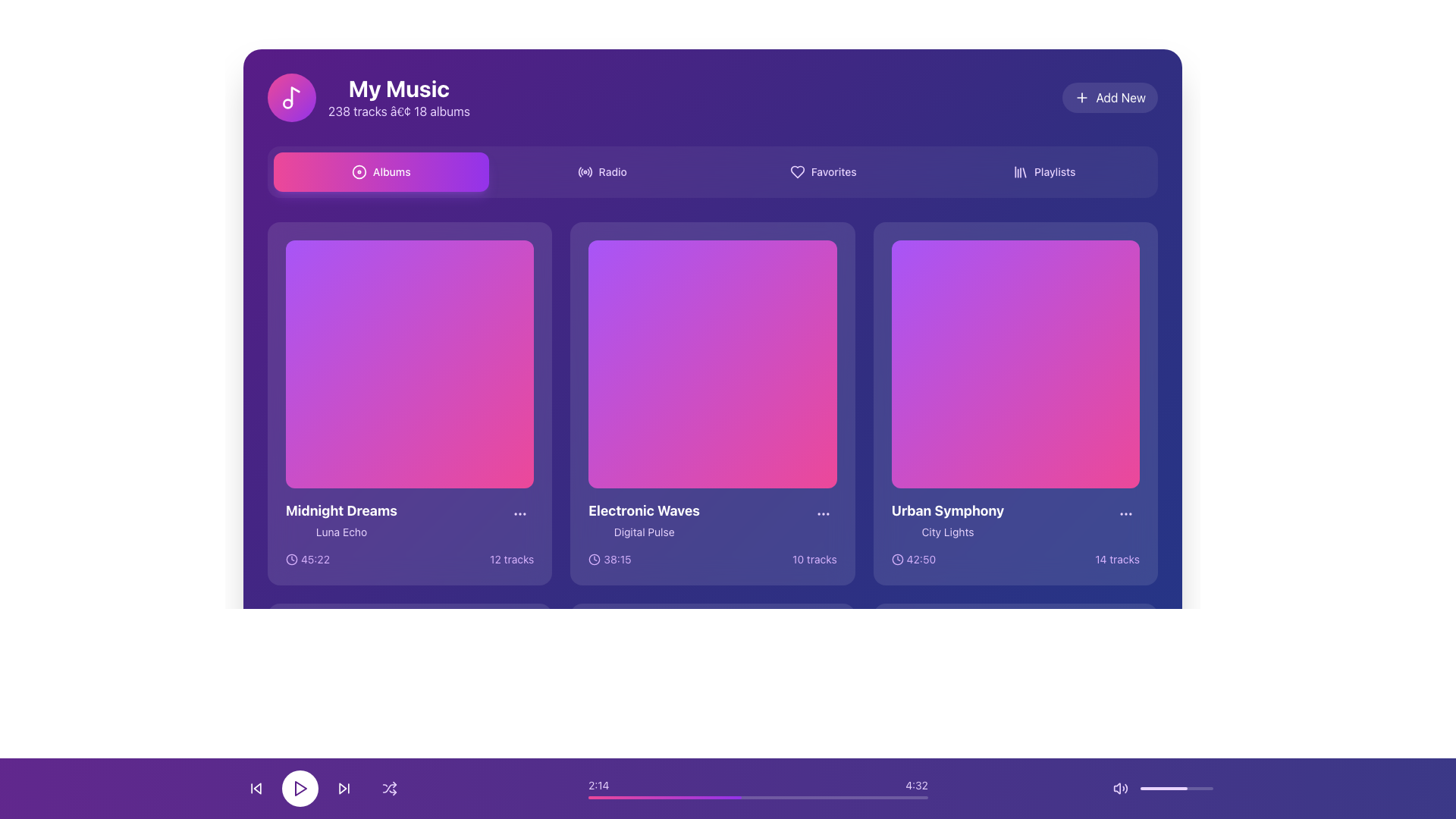  I want to click on the image placeholder representing the album art for 'Midnight Dreams', so click(409, 364).